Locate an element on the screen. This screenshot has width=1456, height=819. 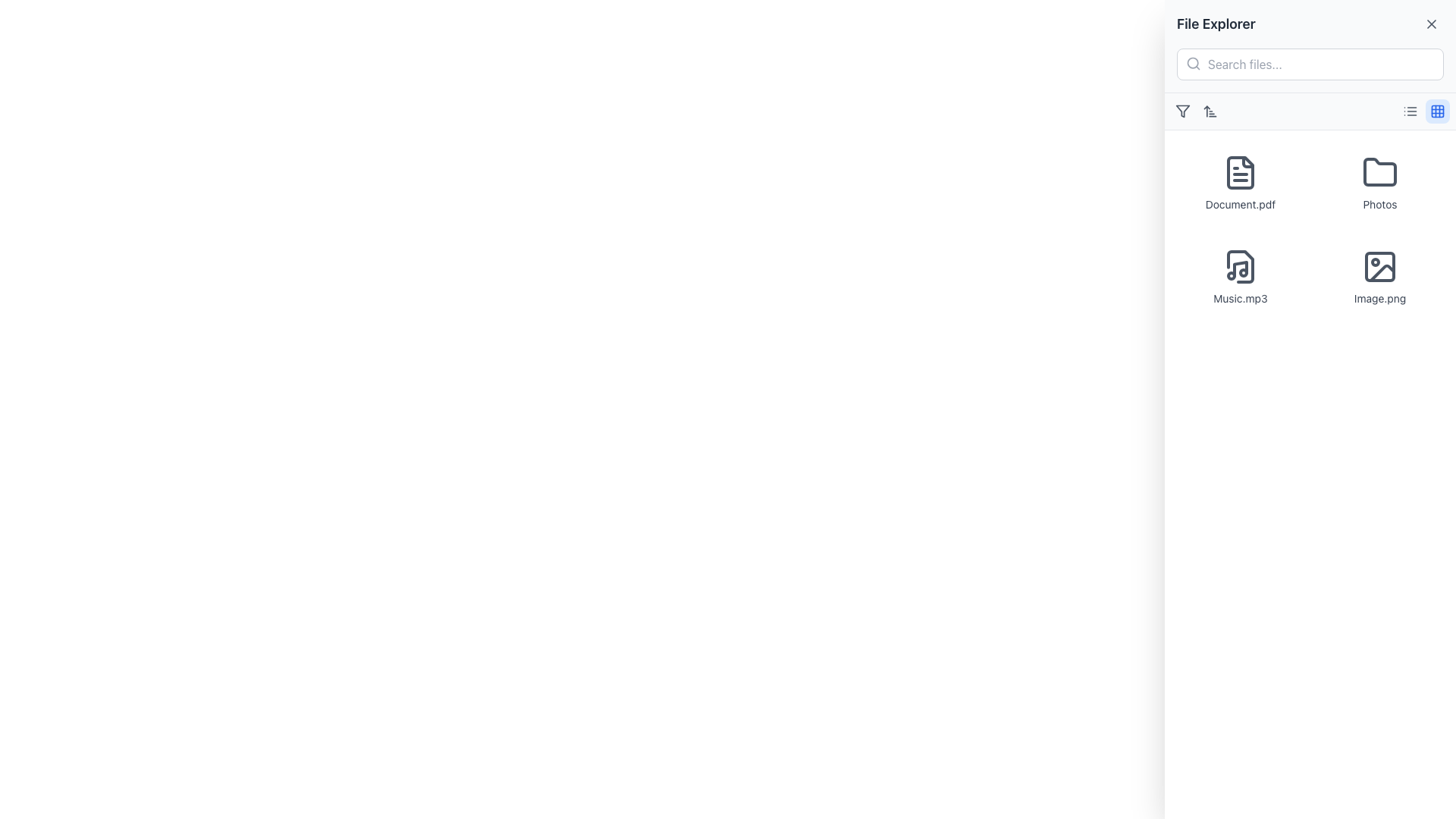
the filter icon button located on the upper section of the interface, to the left of the sorting icon is located at coordinates (1182, 110).